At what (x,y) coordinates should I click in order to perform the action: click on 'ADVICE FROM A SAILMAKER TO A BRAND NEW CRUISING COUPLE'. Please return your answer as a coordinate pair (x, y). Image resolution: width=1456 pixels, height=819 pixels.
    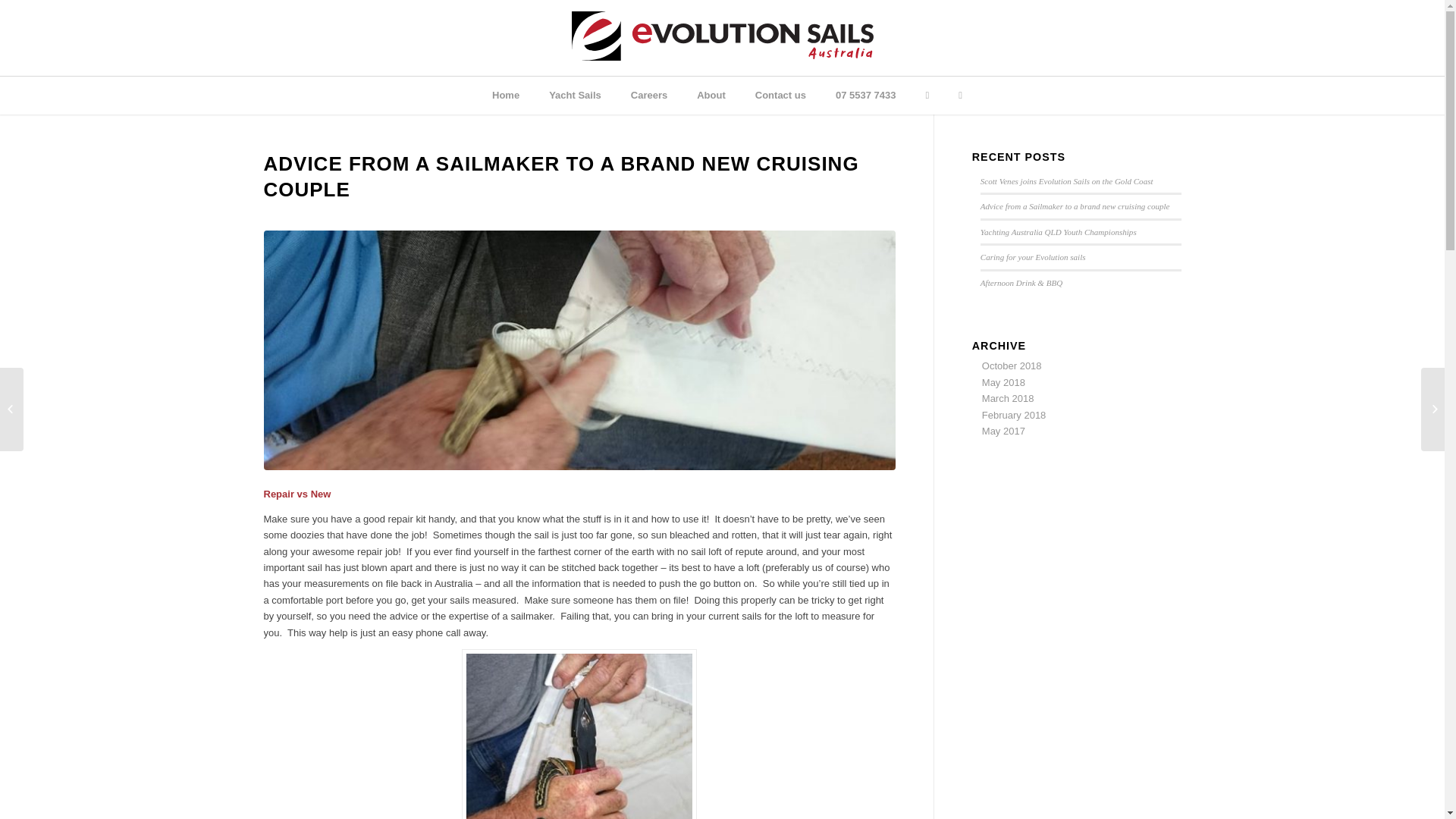
    Looking at the image, I should click on (560, 175).